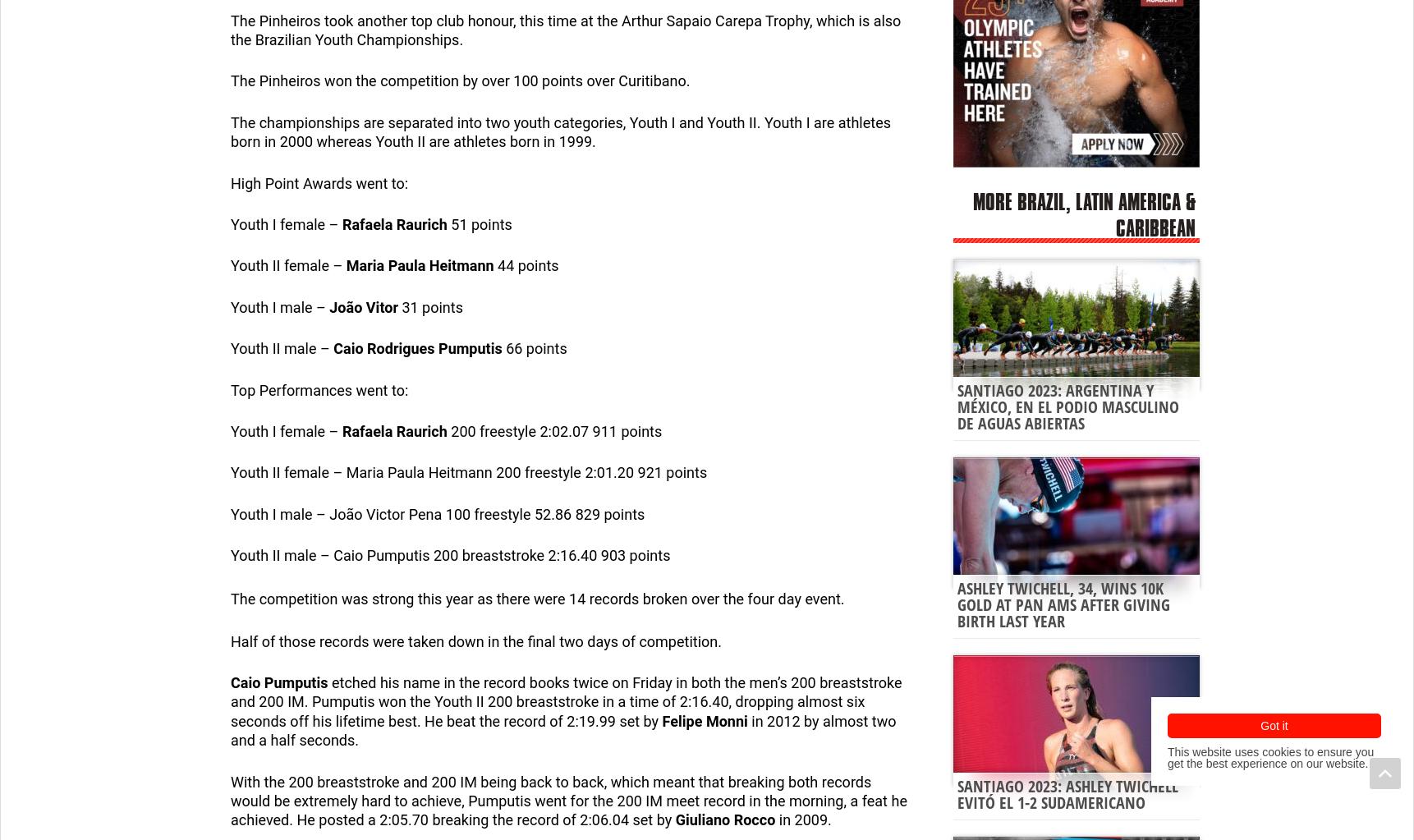  What do you see at coordinates (446, 224) in the screenshot?
I see `'51 points'` at bounding box center [446, 224].